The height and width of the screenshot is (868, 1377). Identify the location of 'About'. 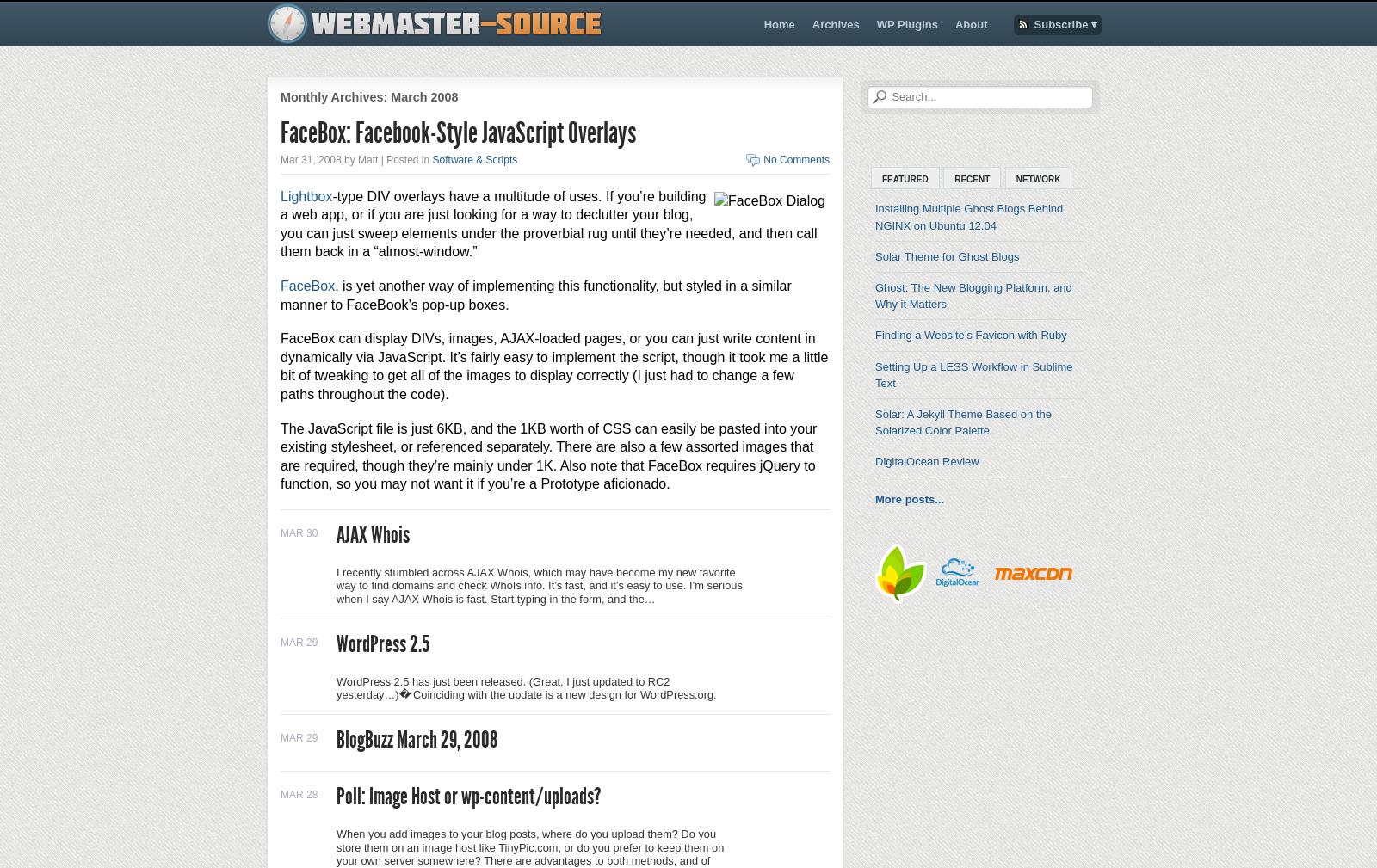
(971, 23).